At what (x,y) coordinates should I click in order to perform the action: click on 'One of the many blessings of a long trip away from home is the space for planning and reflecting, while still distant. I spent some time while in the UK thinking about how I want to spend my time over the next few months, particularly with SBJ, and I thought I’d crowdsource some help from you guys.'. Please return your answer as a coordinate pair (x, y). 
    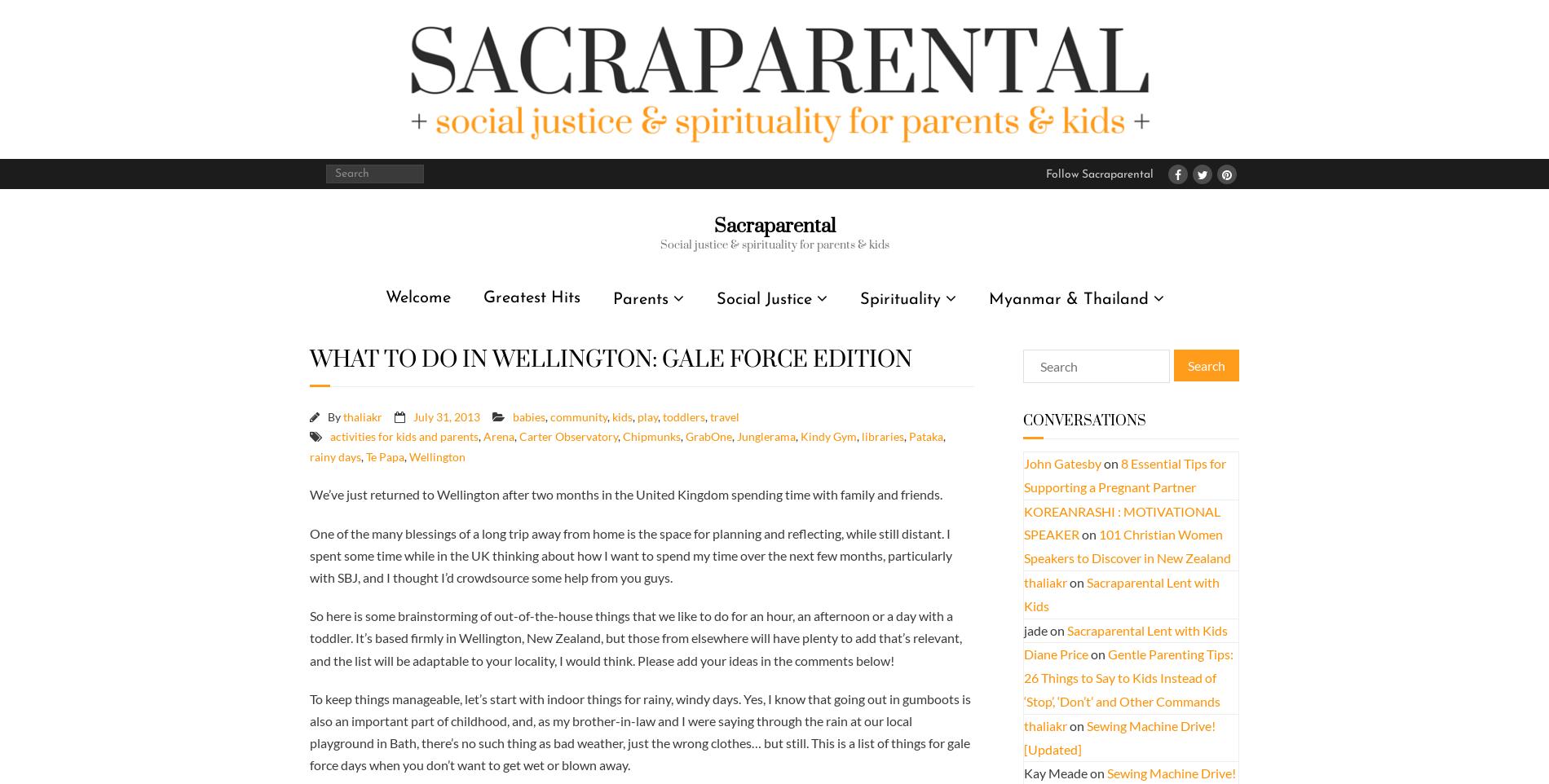
    Looking at the image, I should click on (630, 553).